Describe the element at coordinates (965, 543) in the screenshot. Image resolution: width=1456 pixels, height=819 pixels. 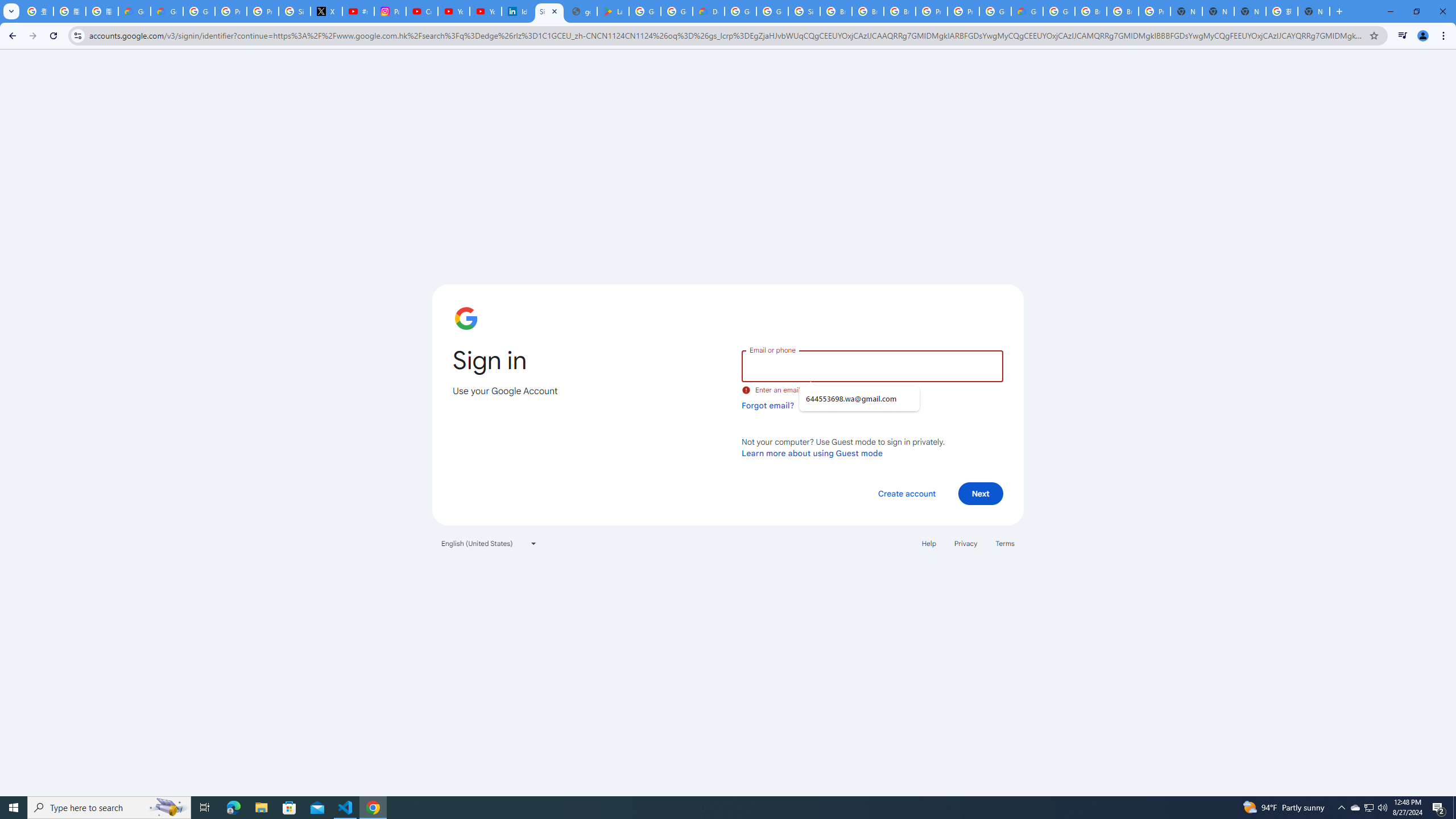
I see `'Privacy'` at that location.